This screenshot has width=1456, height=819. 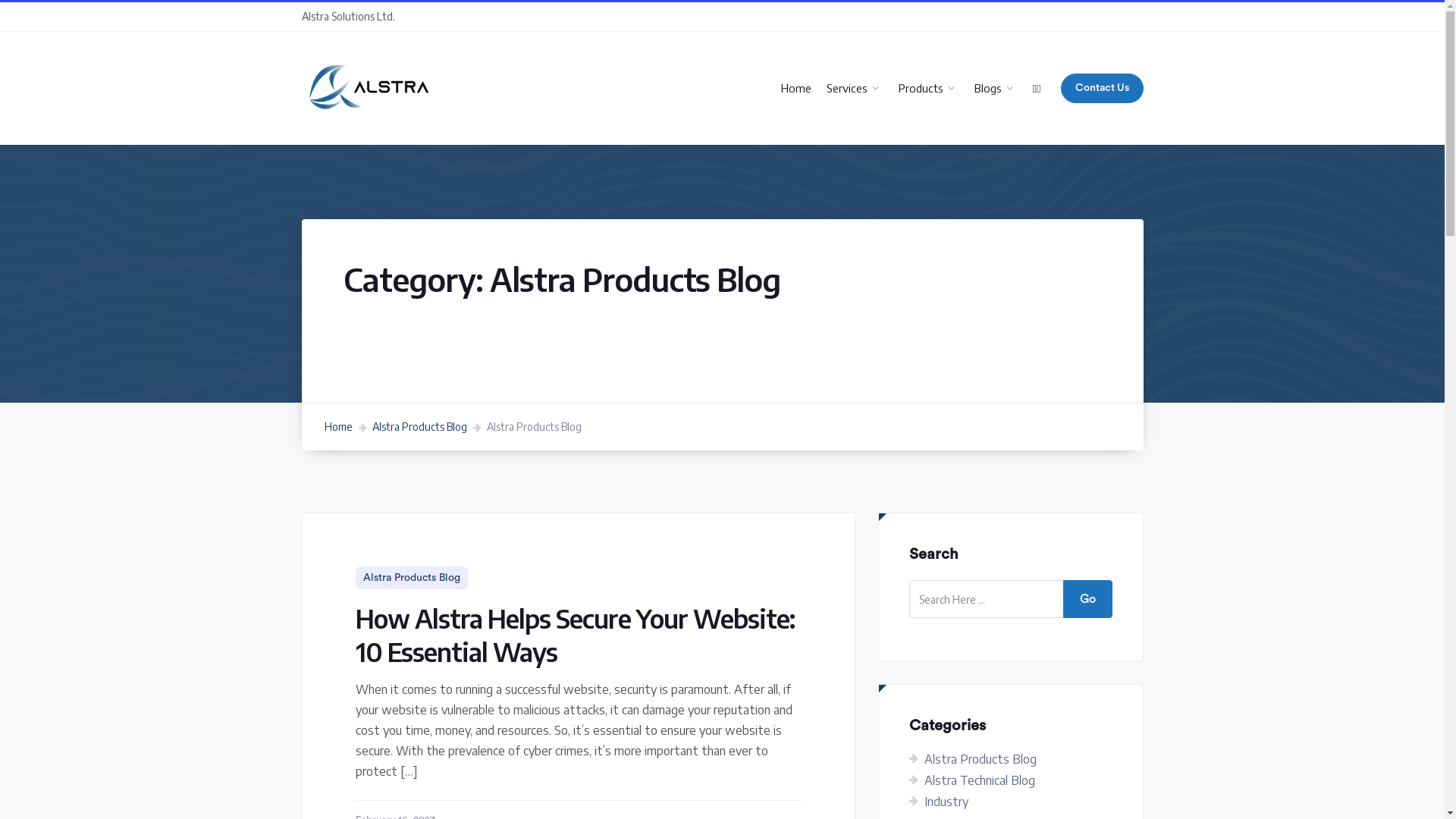 I want to click on 'Products', so click(x=927, y=88).